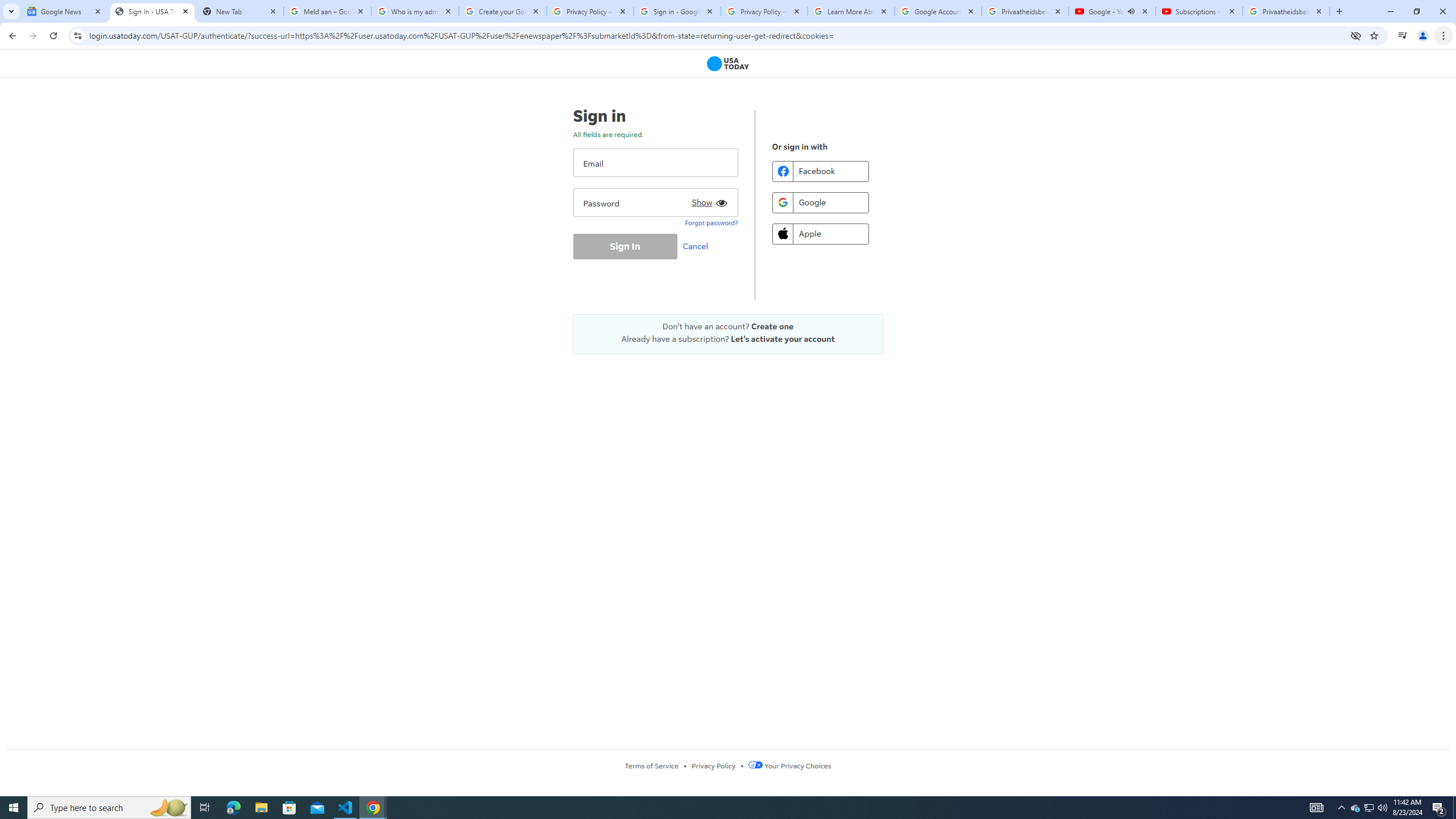 Image resolution: width=1456 pixels, height=819 pixels. I want to click on 'Google News', so click(64, 11).